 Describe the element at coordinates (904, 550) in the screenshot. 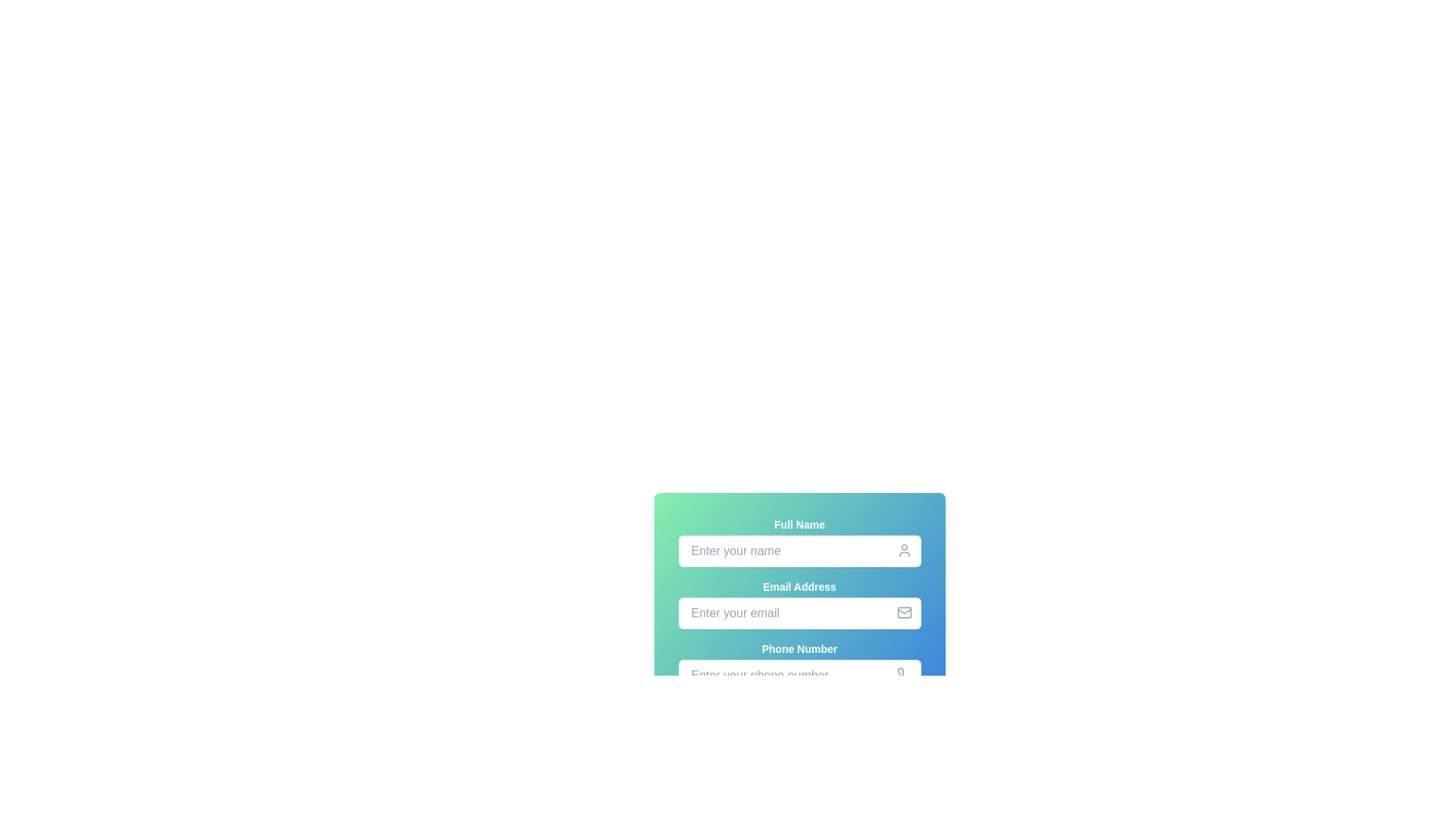

I see `the user silhouette icon located at the far right of the 'Enter your name' text input field` at that location.